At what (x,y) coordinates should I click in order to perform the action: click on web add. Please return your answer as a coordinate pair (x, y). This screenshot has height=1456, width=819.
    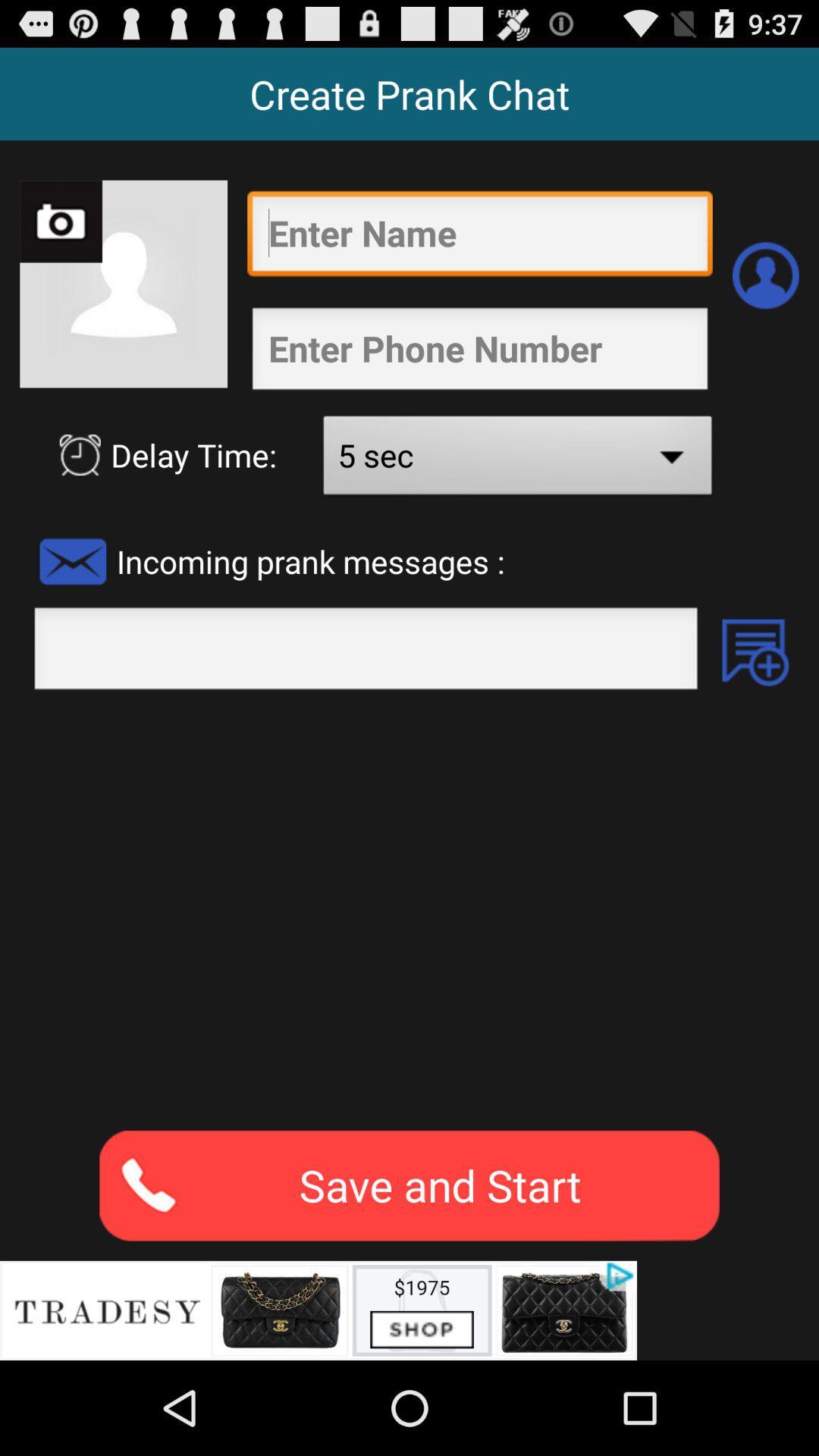
    Looking at the image, I should click on (318, 1310).